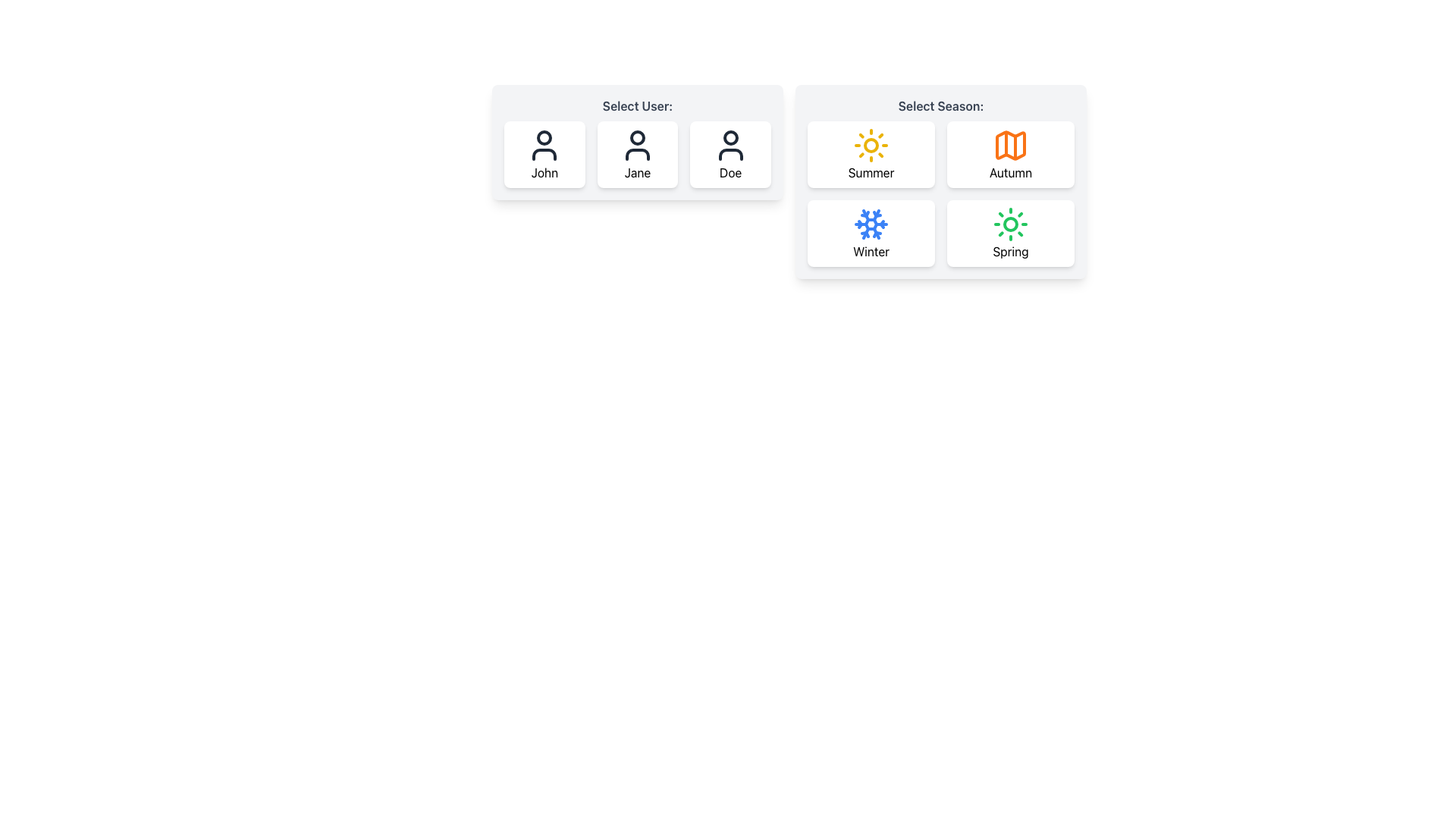 Image resolution: width=1456 pixels, height=819 pixels. Describe the element at coordinates (730, 171) in the screenshot. I see `text label indicating the name 'Doe' located below the user profile icon in the user selection card` at that location.